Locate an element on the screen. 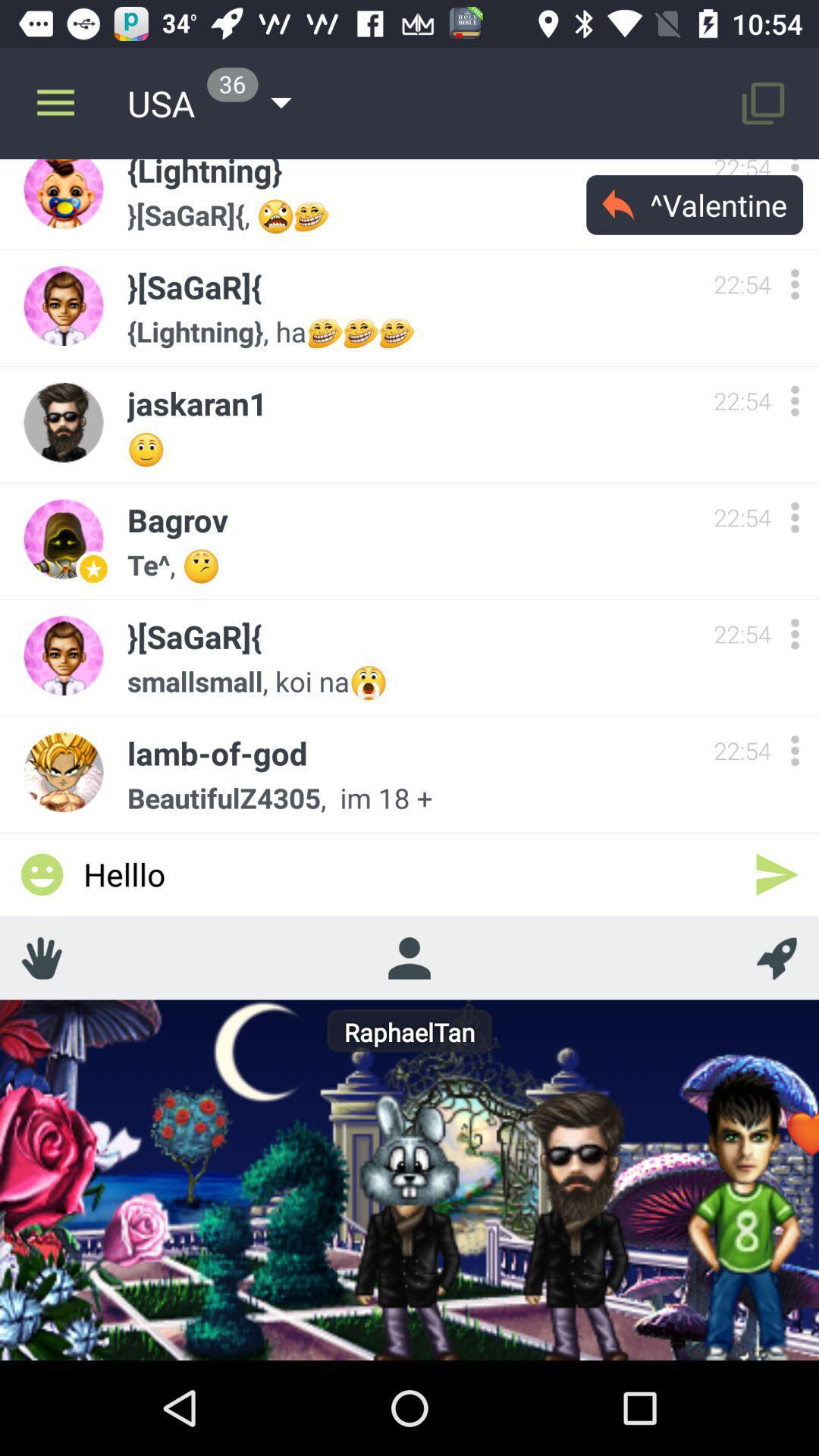 This screenshot has height=1456, width=819. open emoji menu is located at coordinates (41, 874).